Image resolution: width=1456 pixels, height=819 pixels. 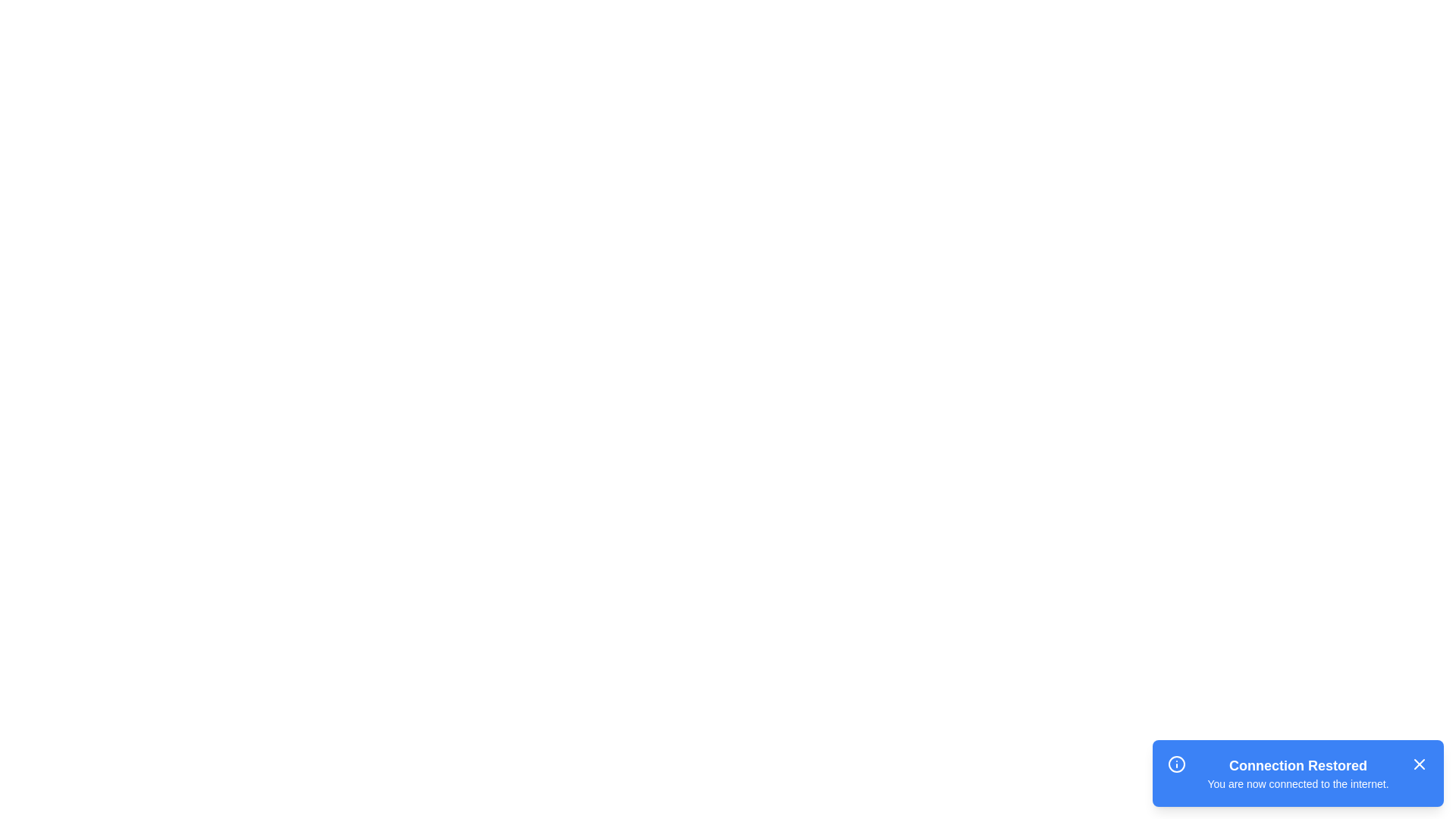 I want to click on the blue square button with a white 'X' icon, so click(x=1419, y=764).